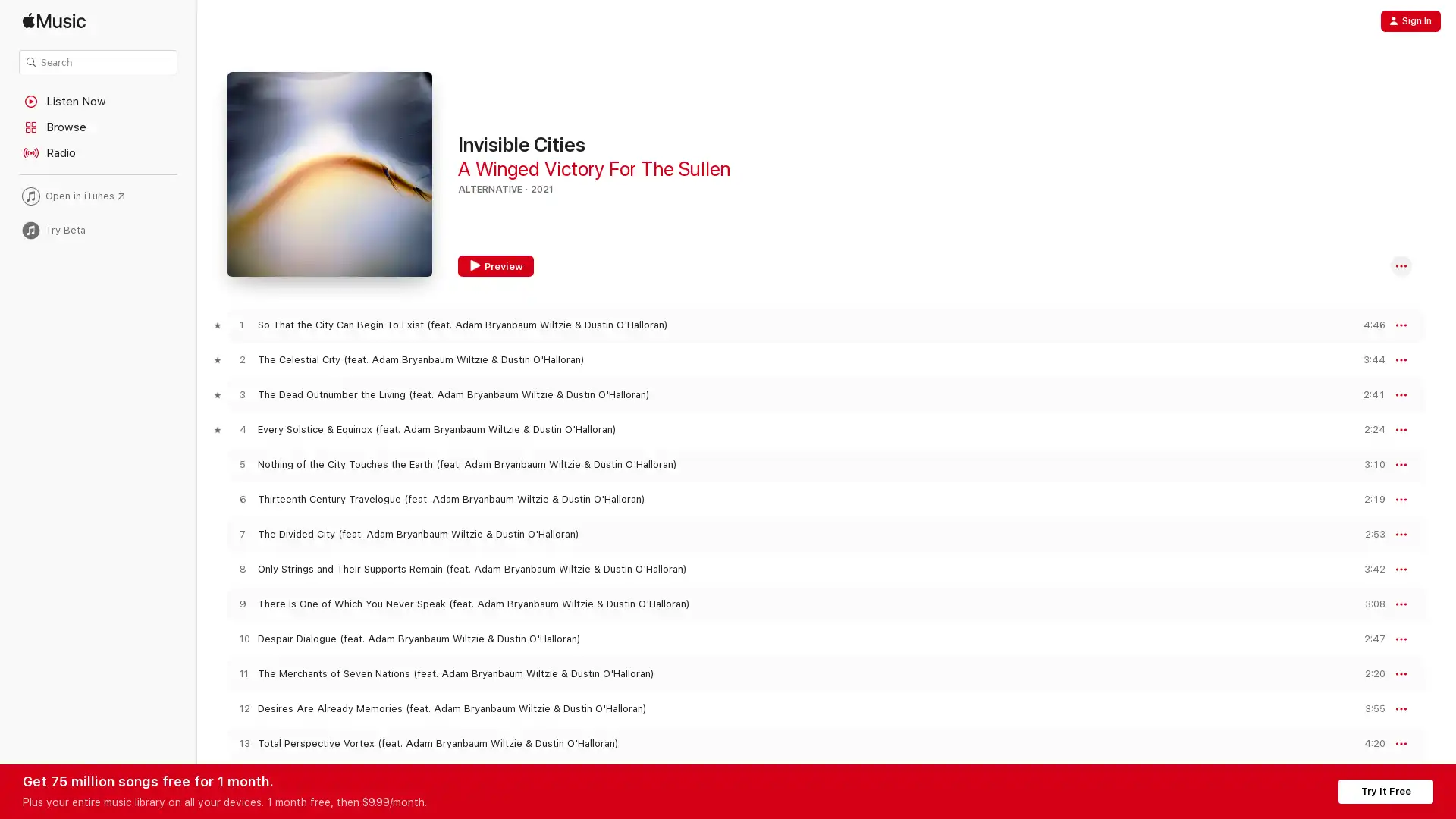 The image size is (1456, 819). What do you see at coordinates (1401, 534) in the screenshot?
I see `More` at bounding box center [1401, 534].